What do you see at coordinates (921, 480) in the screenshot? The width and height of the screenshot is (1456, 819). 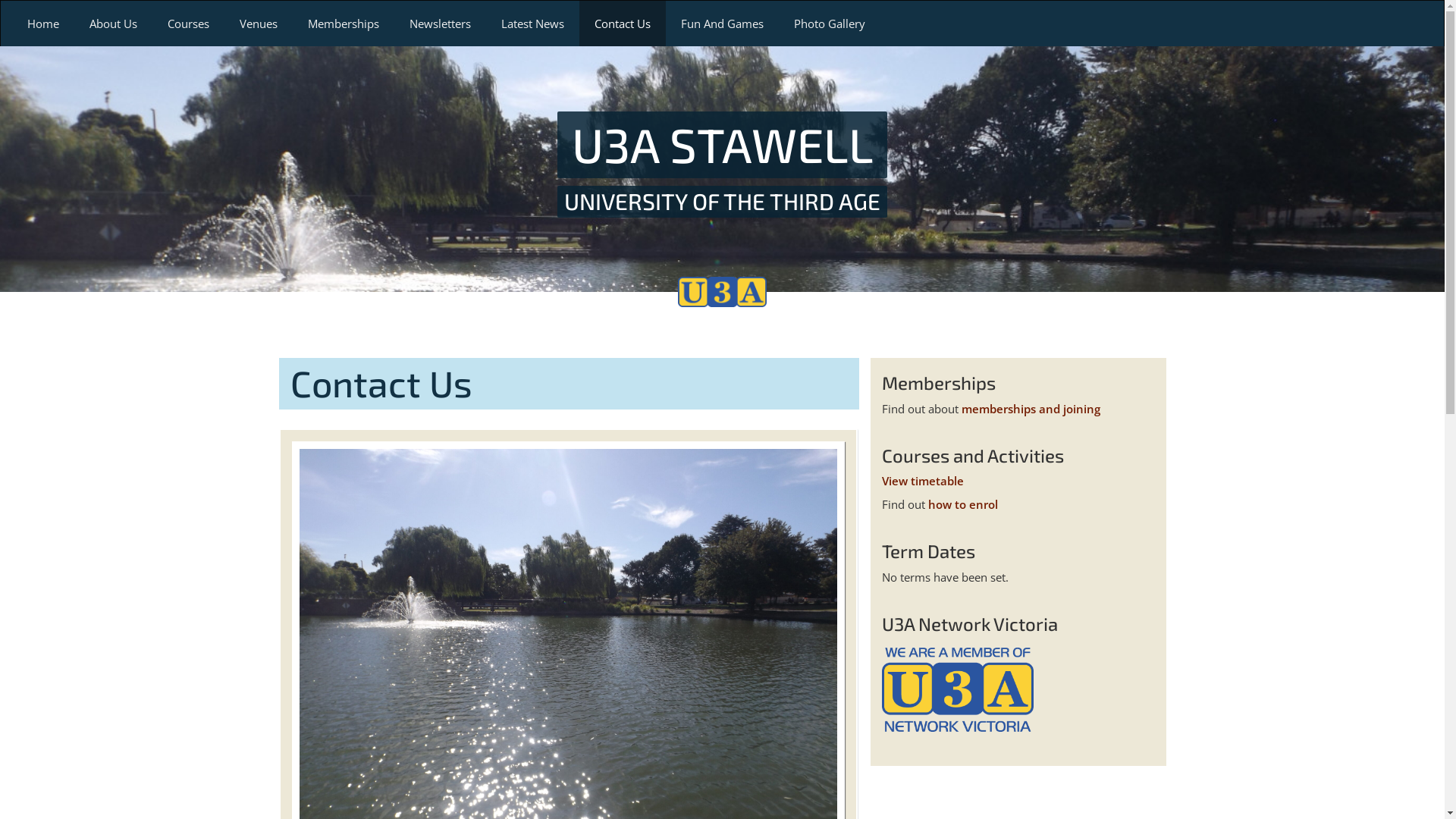 I see `'View timetable'` at bounding box center [921, 480].